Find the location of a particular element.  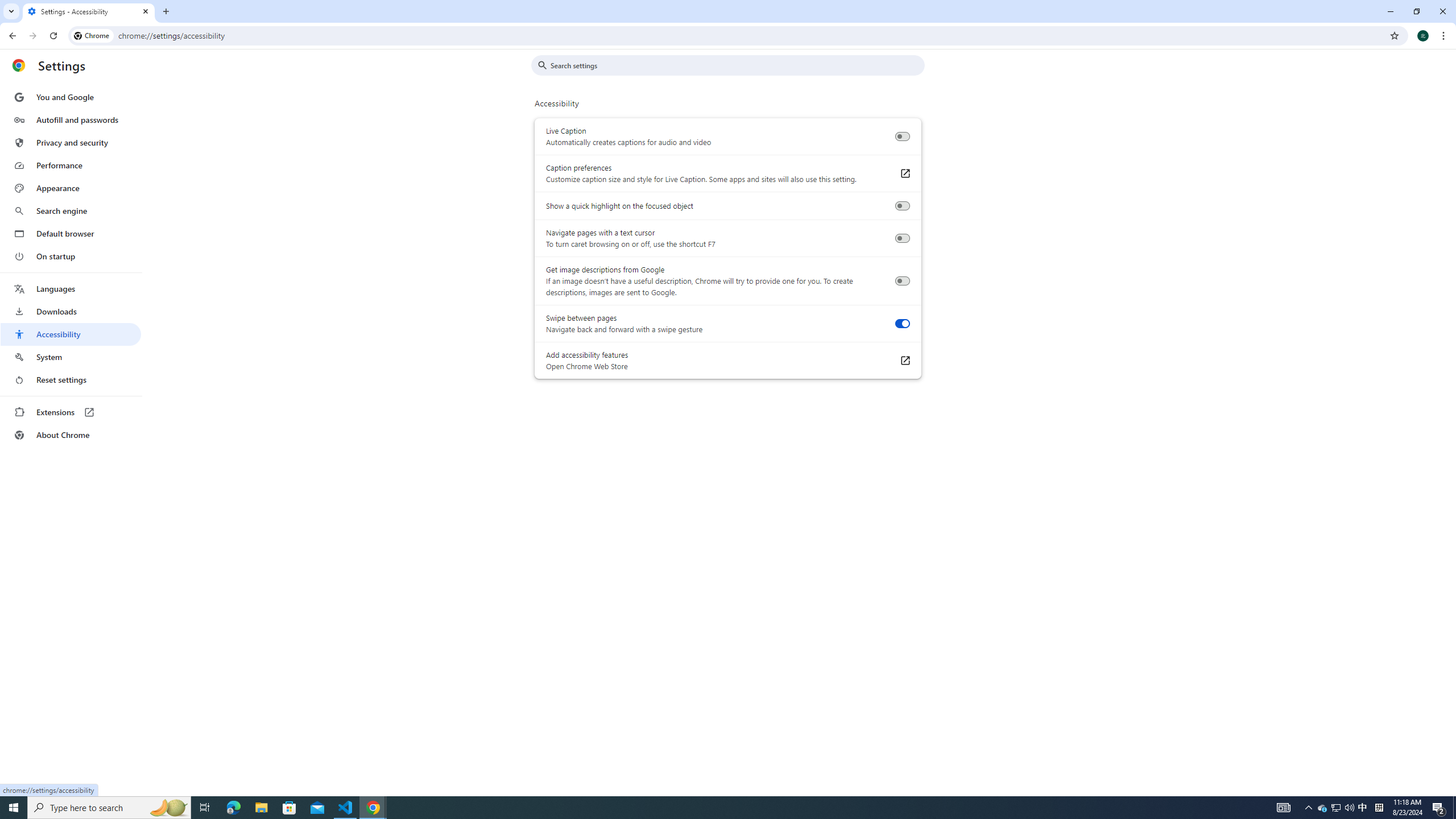

'Accessibility' is located at coordinates (70, 333).